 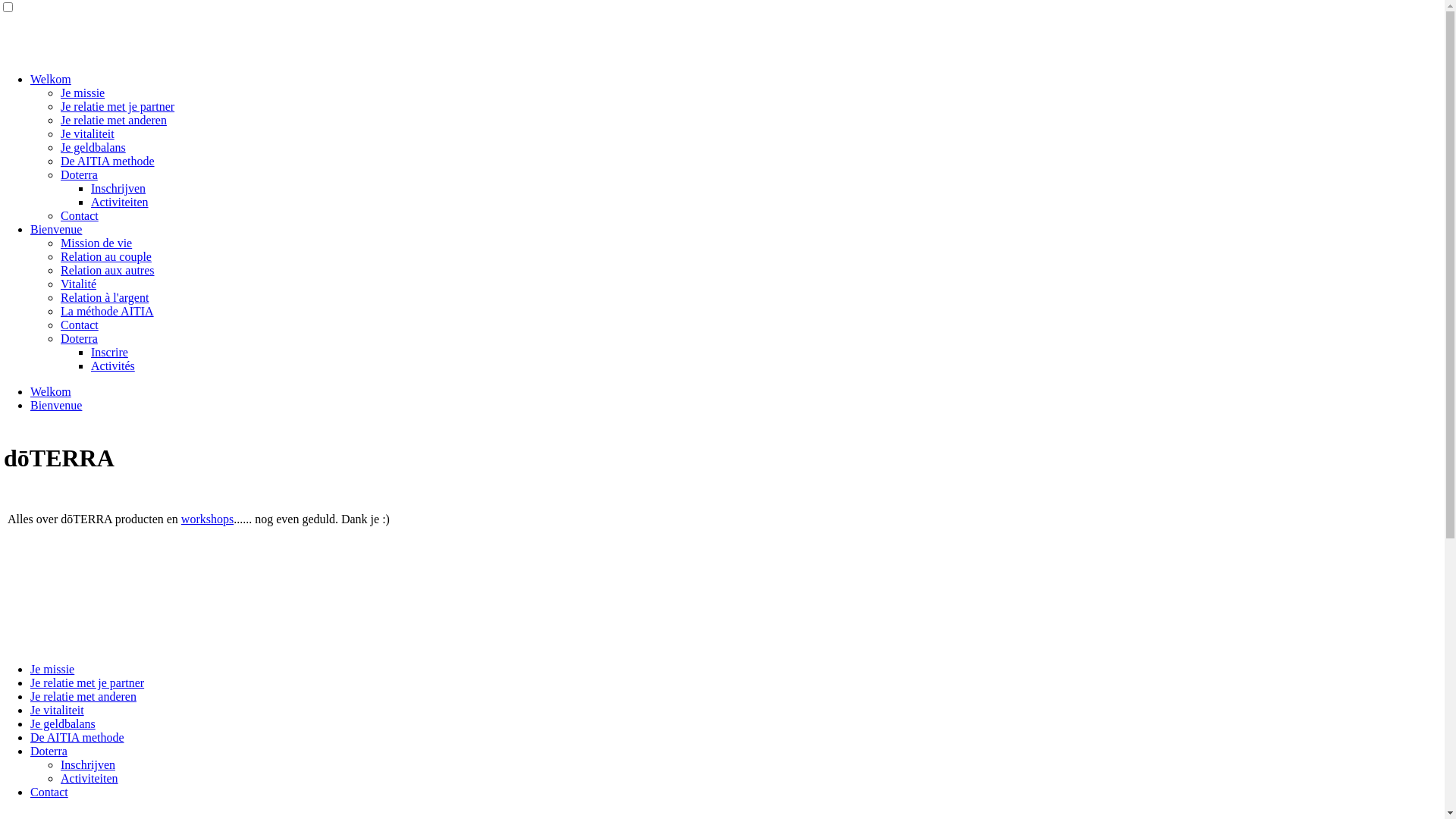 I want to click on 'Je missie', so click(x=82, y=93).